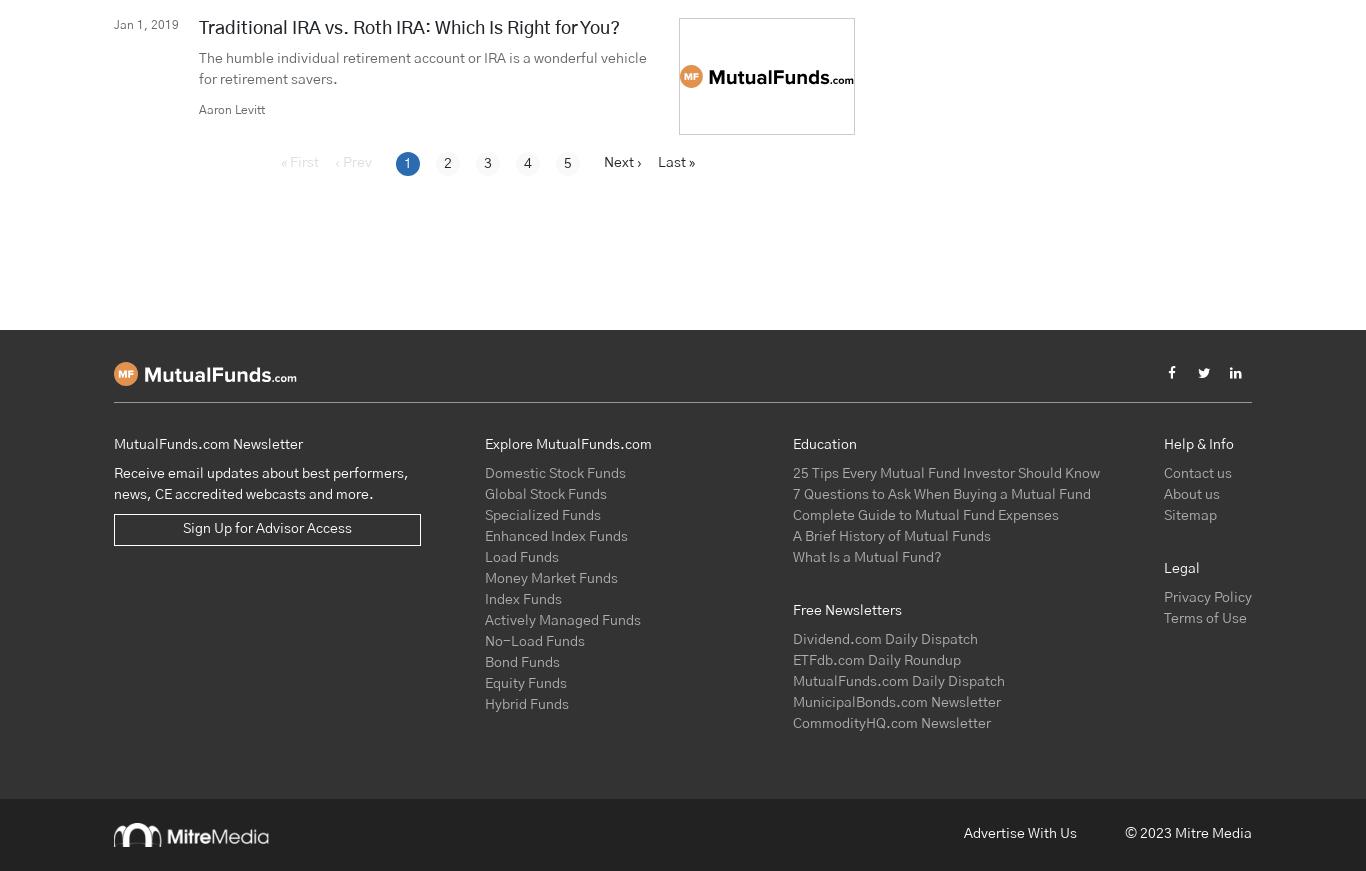  I want to click on 'Education', so click(822, 444).